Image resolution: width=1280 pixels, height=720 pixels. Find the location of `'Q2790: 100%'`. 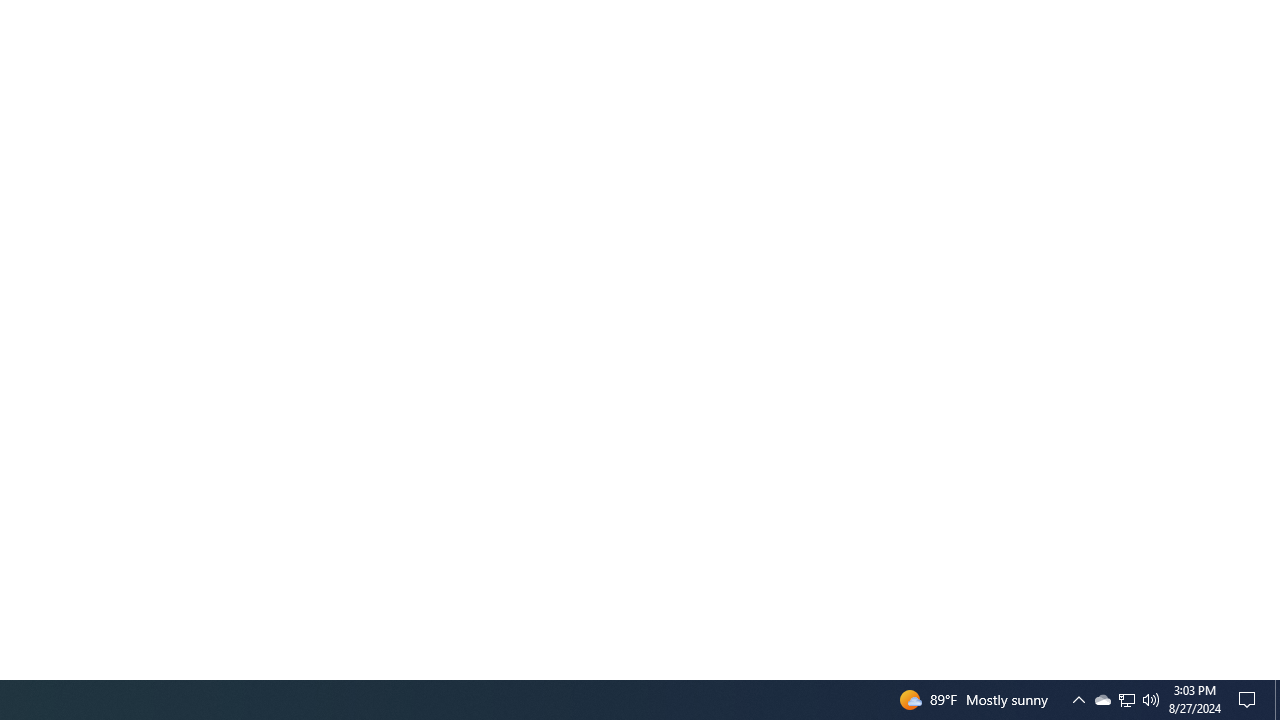

'Q2790: 100%' is located at coordinates (1101, 698).